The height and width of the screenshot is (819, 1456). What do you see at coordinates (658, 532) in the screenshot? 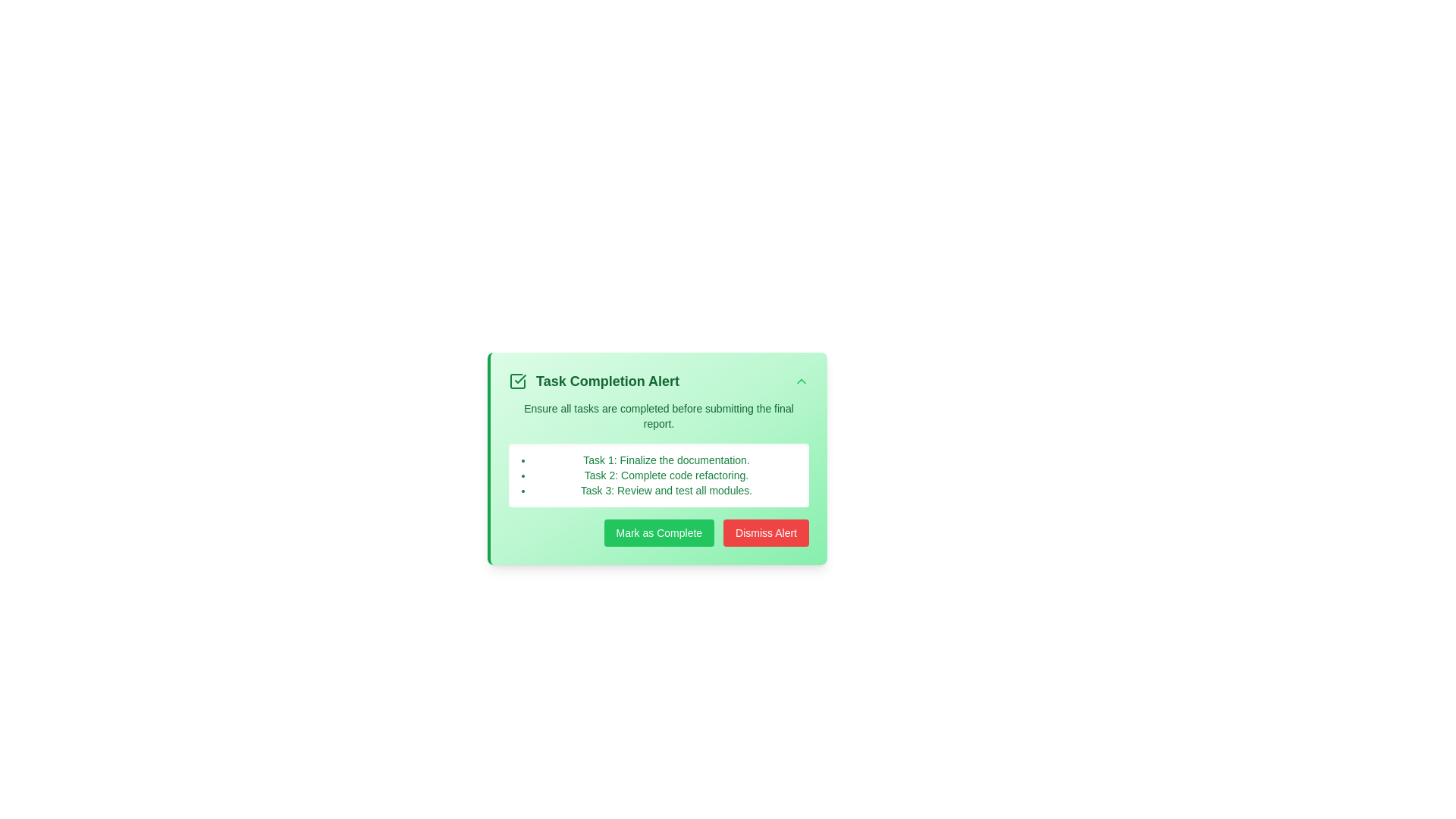
I see `the 'Mark as Complete' button to mark the task alert as complete` at bounding box center [658, 532].